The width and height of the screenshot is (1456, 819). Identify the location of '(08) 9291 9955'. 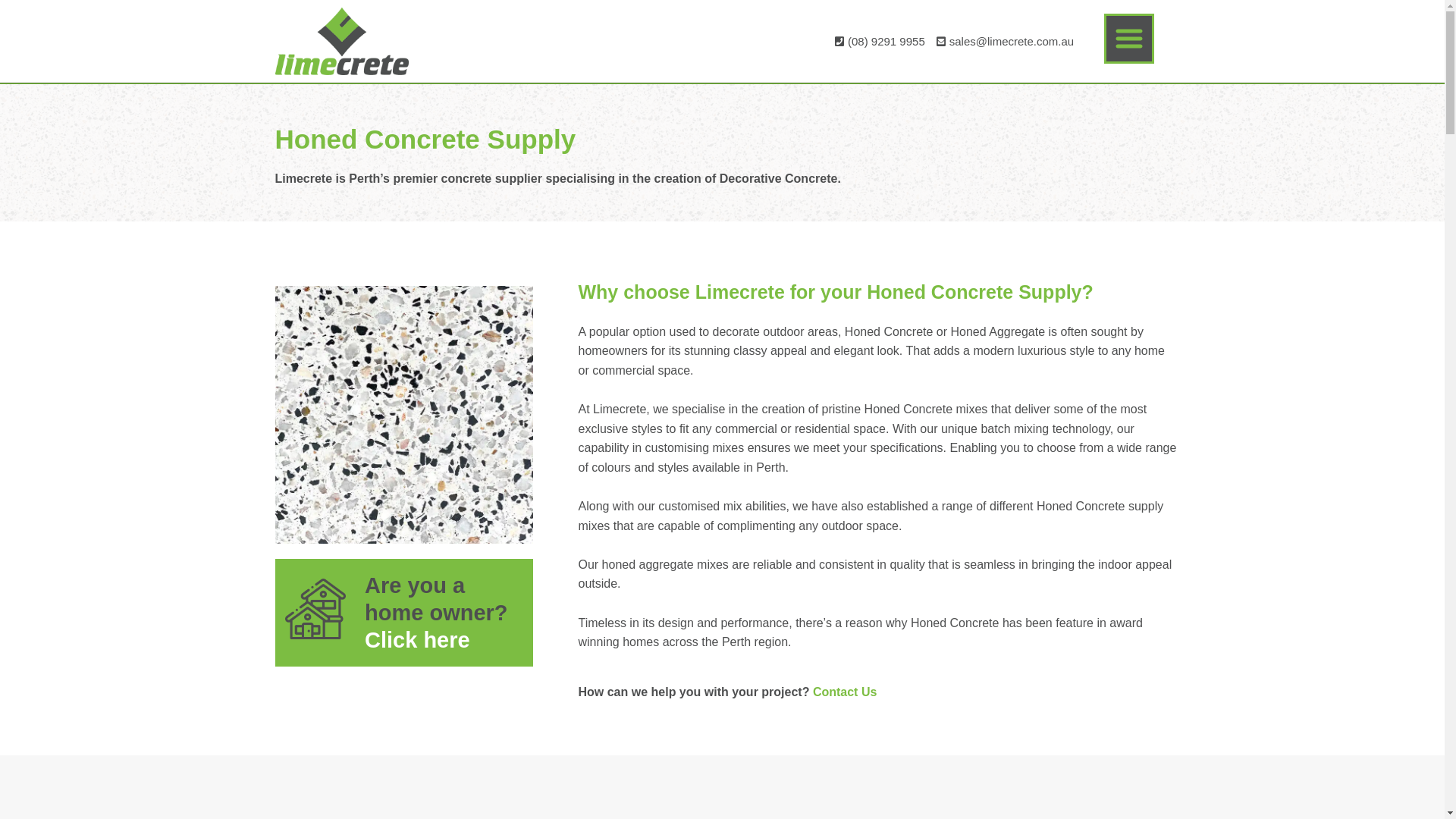
(877, 40).